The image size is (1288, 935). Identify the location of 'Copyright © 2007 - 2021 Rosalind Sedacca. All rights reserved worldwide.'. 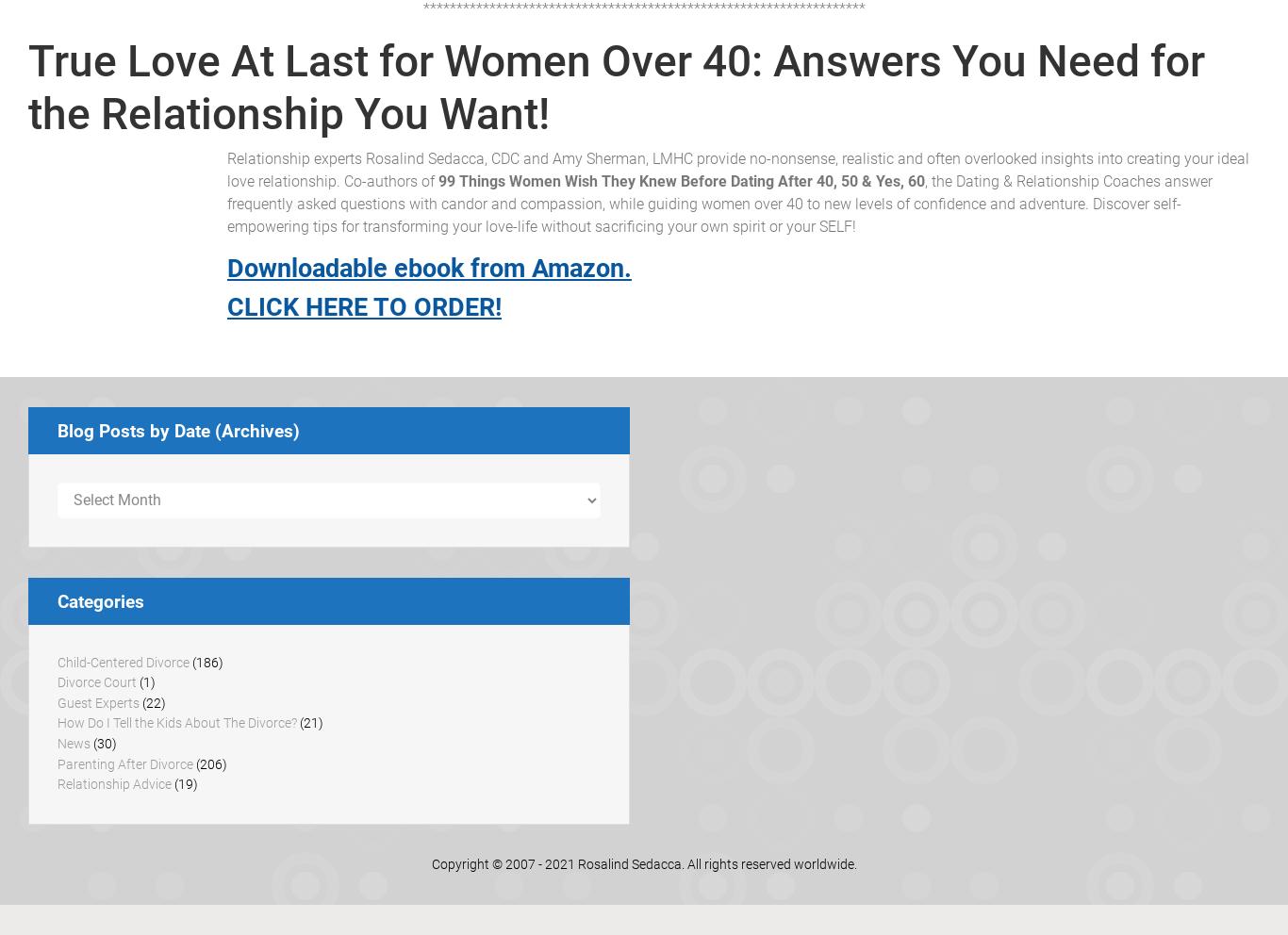
(642, 862).